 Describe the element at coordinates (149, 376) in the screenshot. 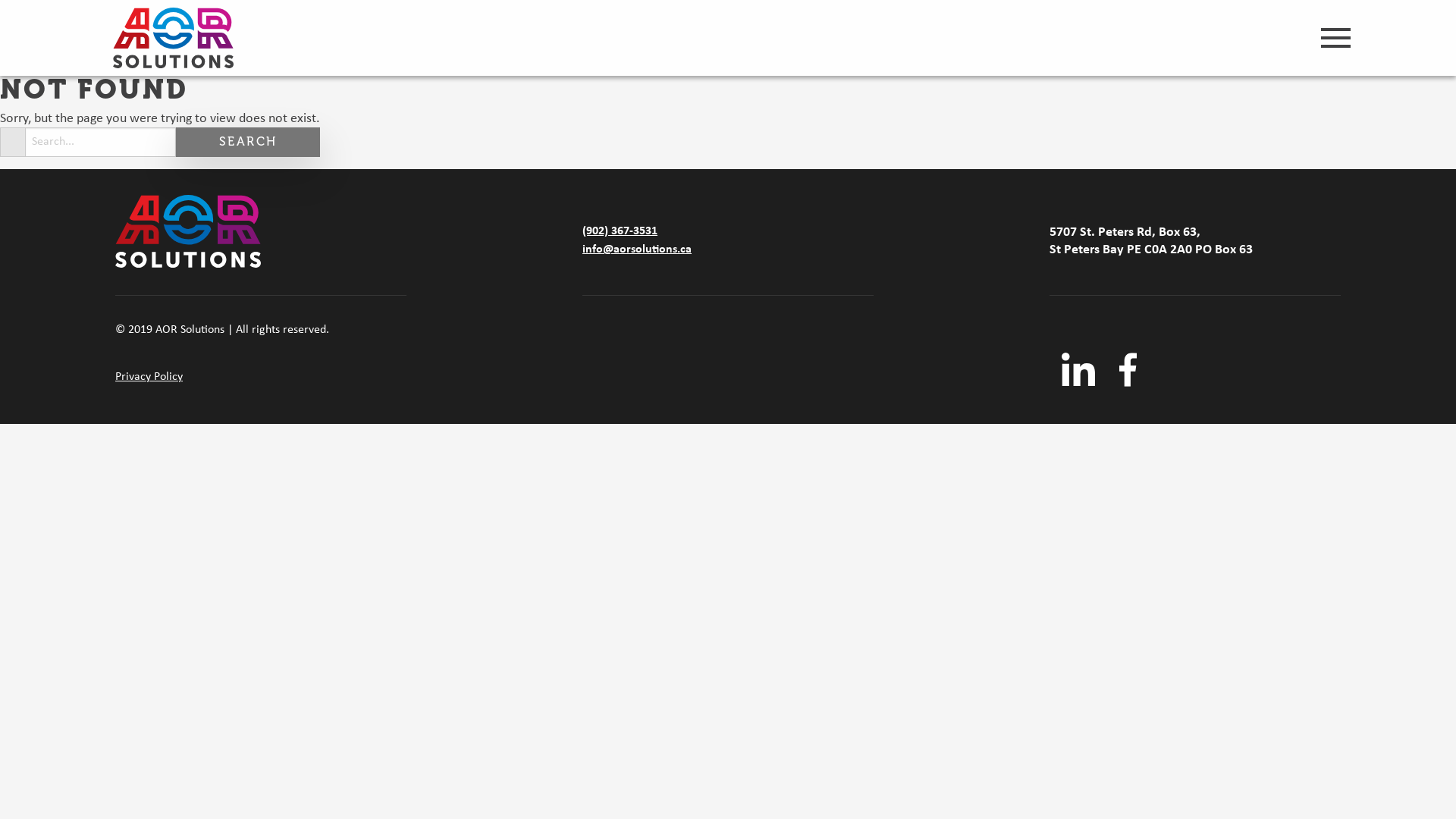

I see `'Privacy Policy'` at that location.